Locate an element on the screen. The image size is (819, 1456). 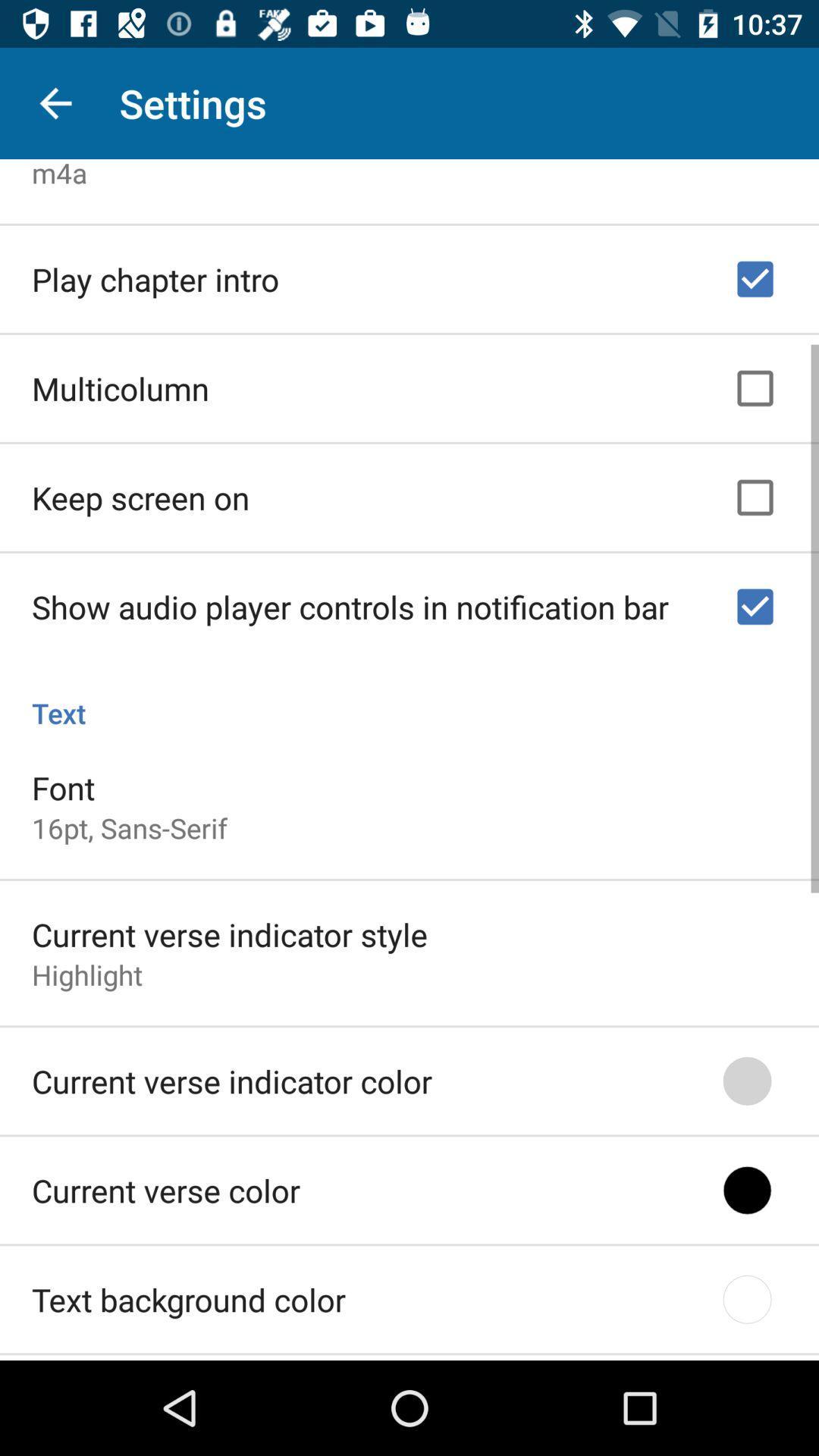
the keep screen on icon is located at coordinates (140, 493).